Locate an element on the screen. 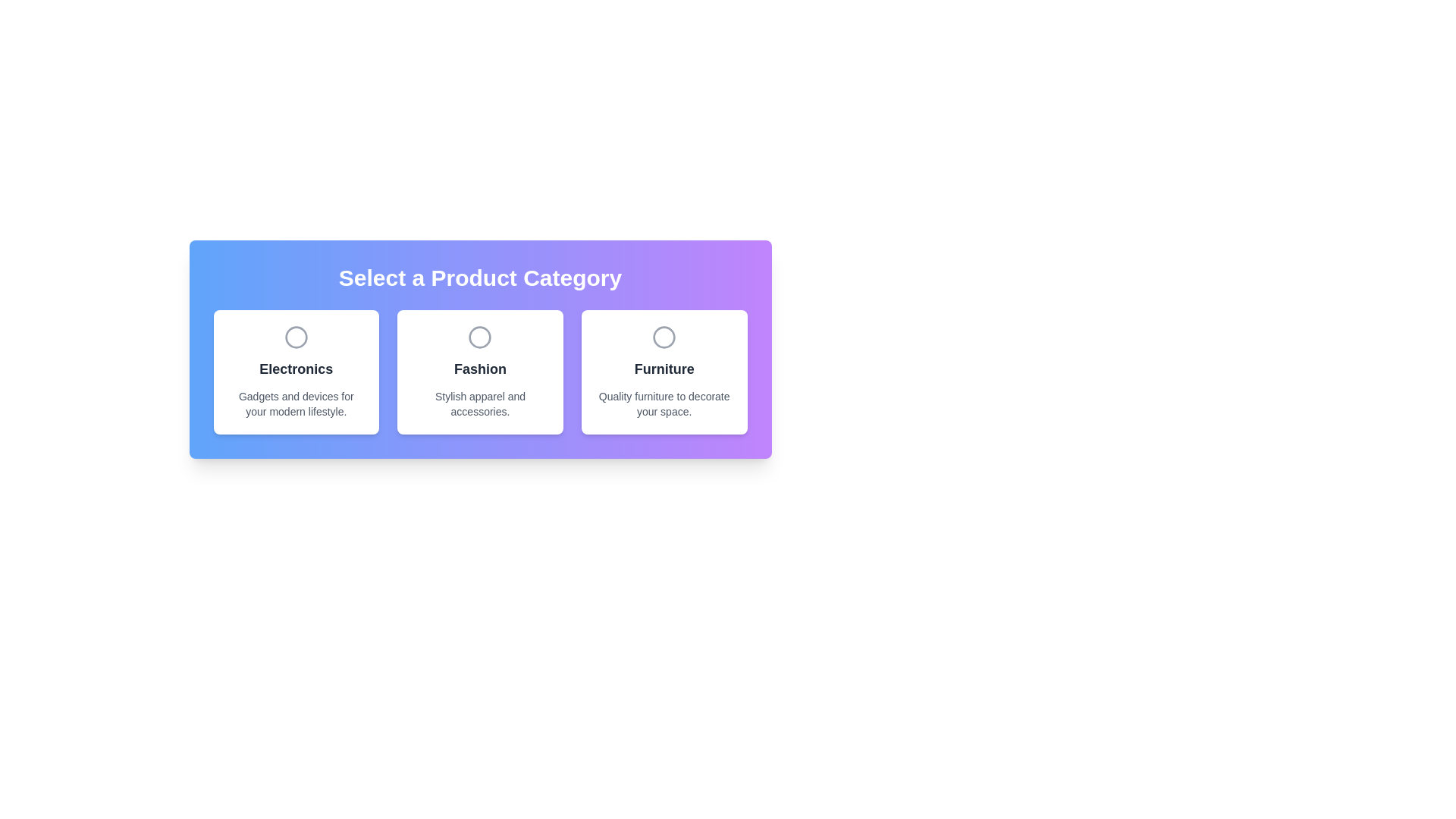  the text label that reads 'Gadgets and devices for your modern lifestyle.' styled in a small, gray font, located in the 'Electronics' card, below the main title is located at coordinates (296, 403).